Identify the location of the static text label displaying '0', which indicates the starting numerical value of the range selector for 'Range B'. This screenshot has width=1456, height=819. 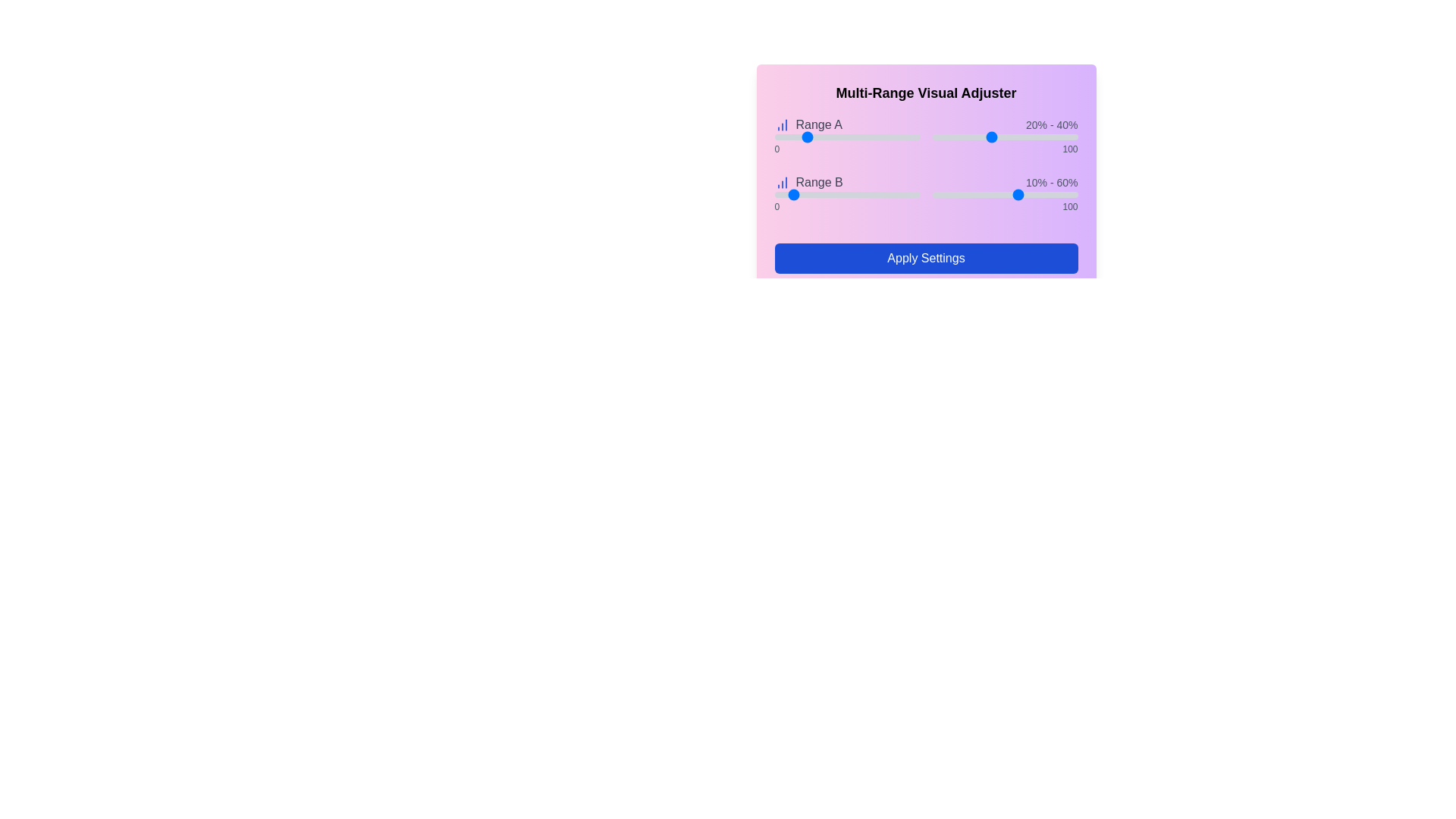
(777, 207).